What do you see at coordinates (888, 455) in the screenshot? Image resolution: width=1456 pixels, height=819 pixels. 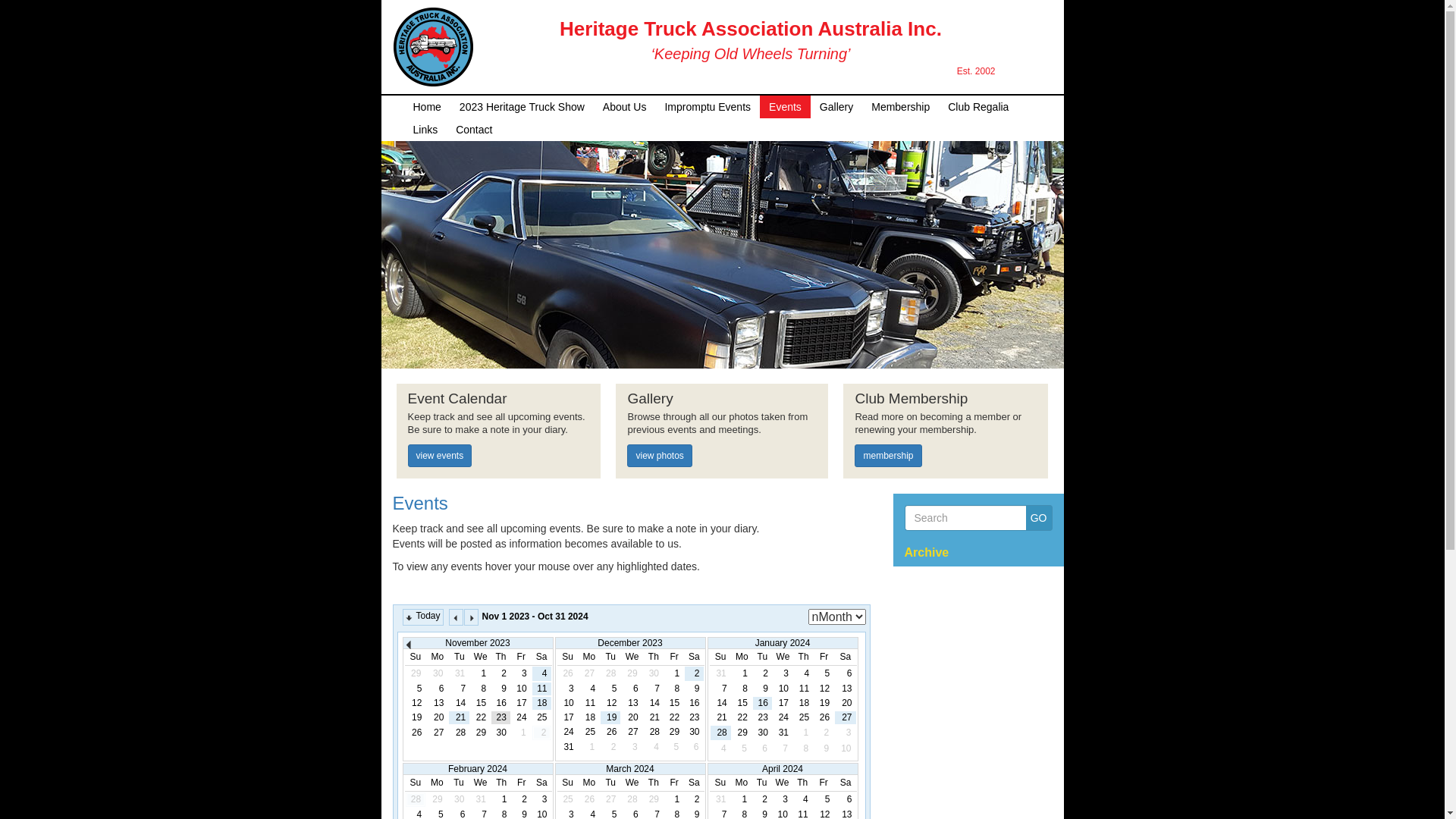 I see `'membership'` at bounding box center [888, 455].